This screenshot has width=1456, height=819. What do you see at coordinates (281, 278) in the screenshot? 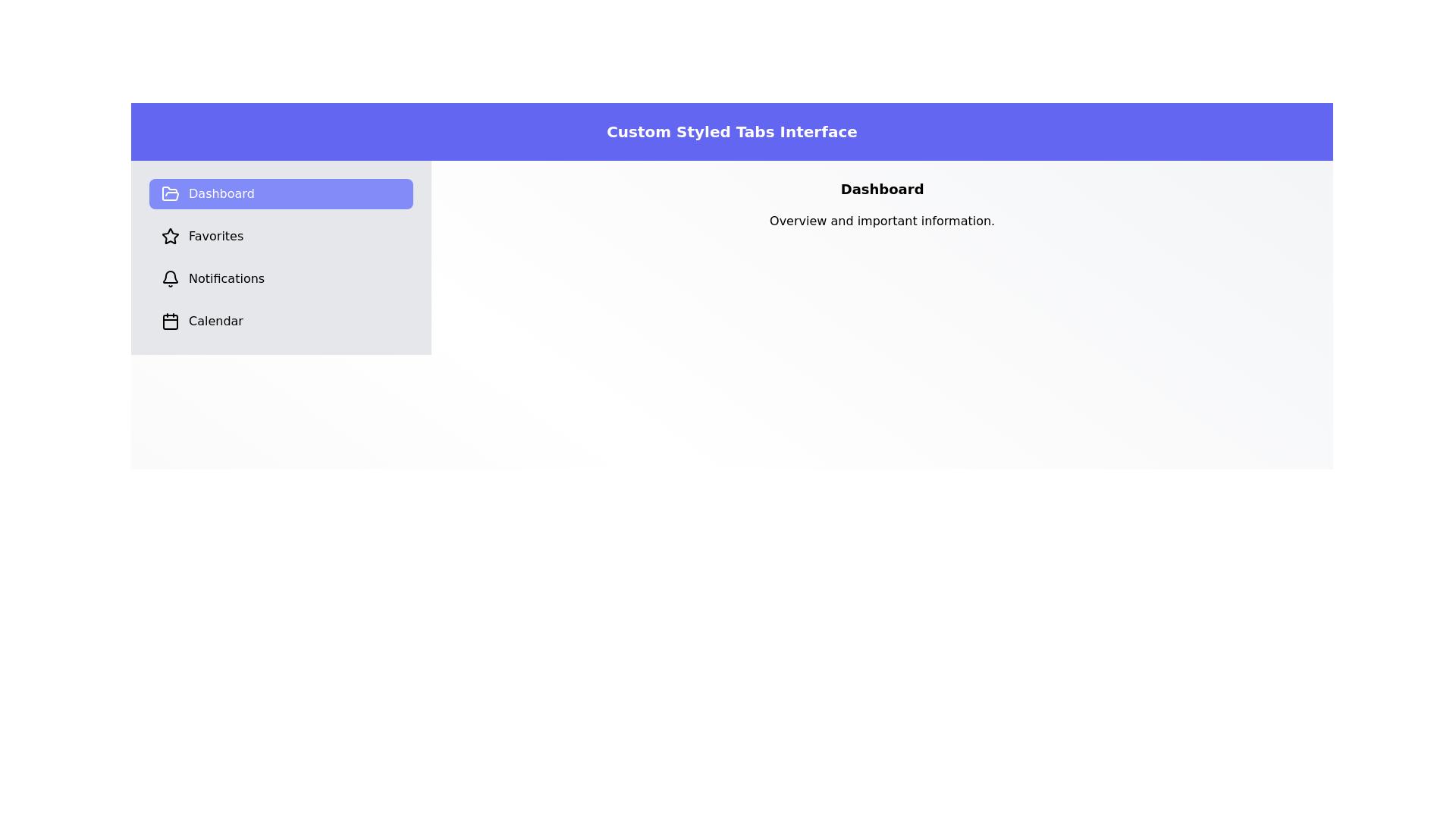
I see `the tab labeled 'Notifications' to observe the hover effect` at bounding box center [281, 278].